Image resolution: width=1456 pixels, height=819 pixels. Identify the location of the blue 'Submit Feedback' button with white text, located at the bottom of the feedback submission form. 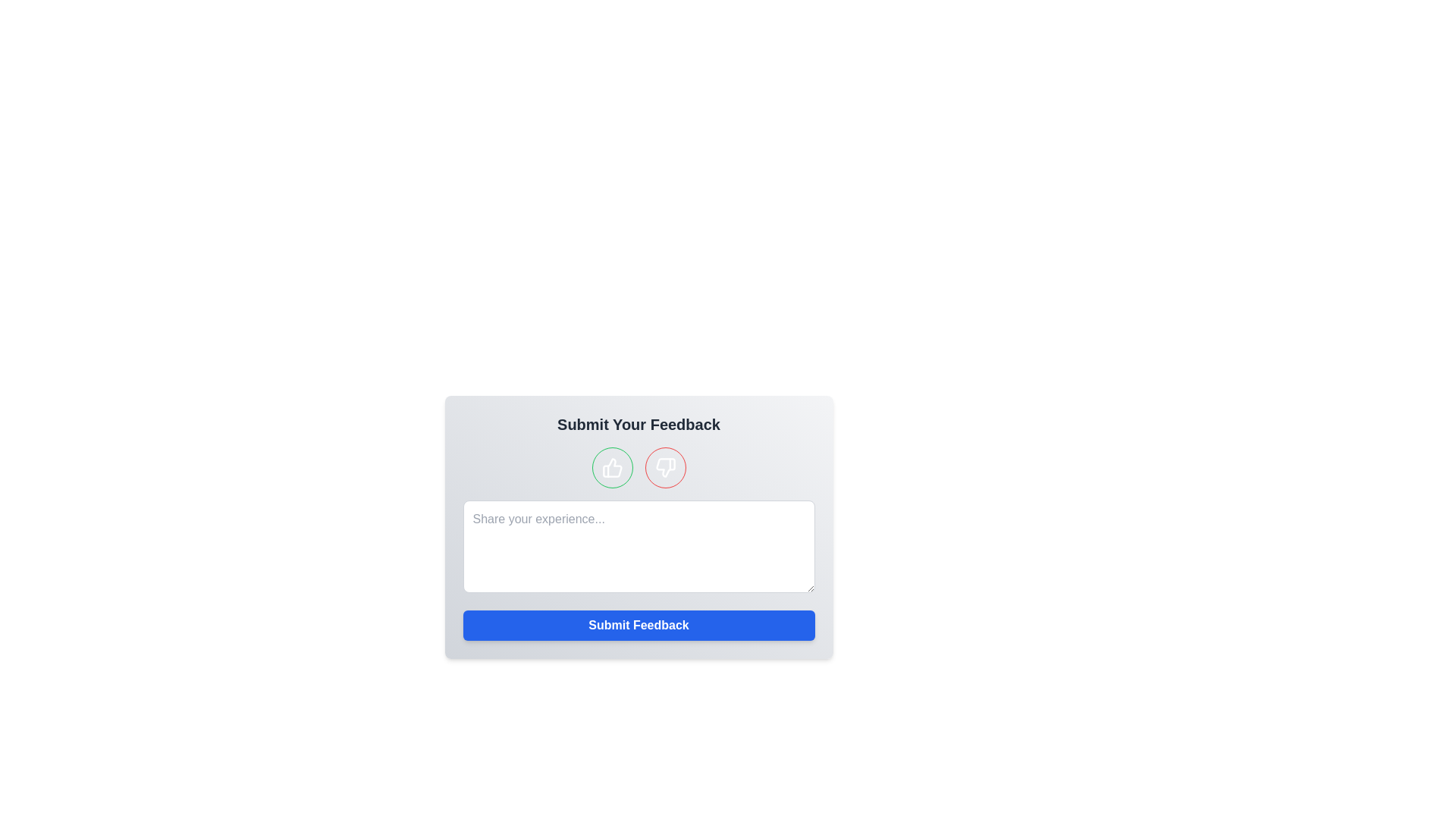
(639, 626).